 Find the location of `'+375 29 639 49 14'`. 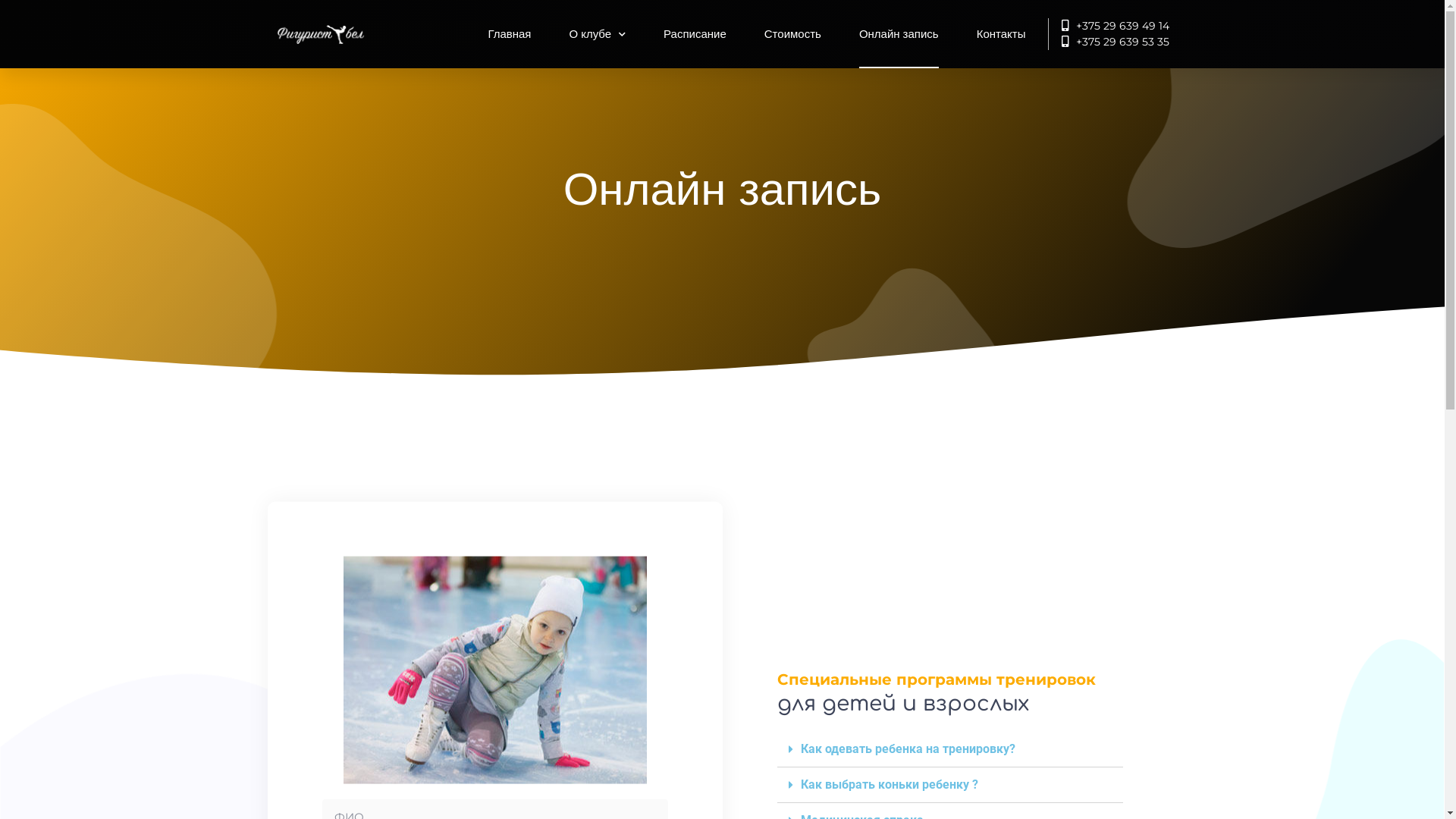

'+375 29 639 49 14' is located at coordinates (1109, 26).